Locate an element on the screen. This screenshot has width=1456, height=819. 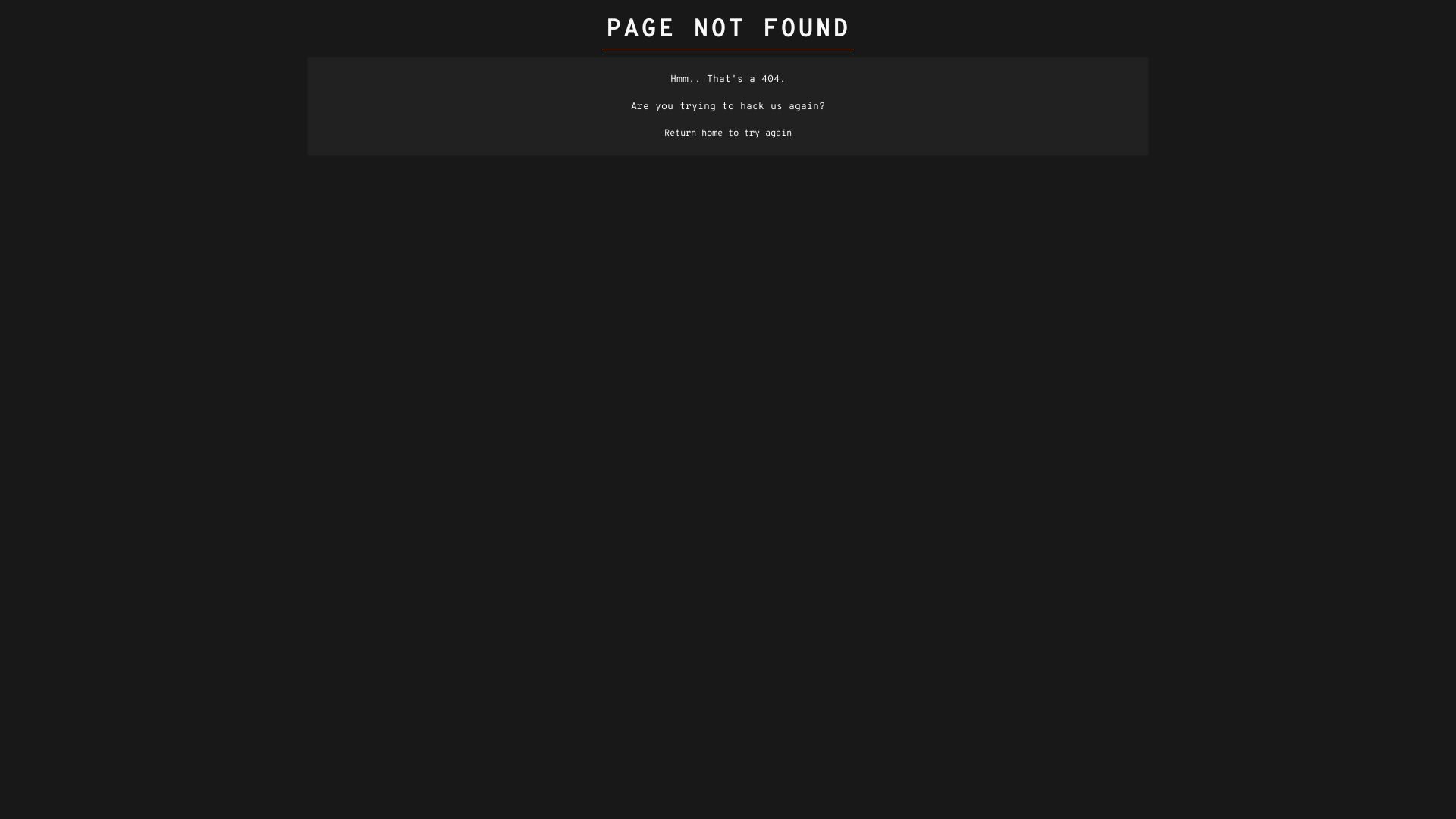
'Return home to try again' is located at coordinates (728, 133).